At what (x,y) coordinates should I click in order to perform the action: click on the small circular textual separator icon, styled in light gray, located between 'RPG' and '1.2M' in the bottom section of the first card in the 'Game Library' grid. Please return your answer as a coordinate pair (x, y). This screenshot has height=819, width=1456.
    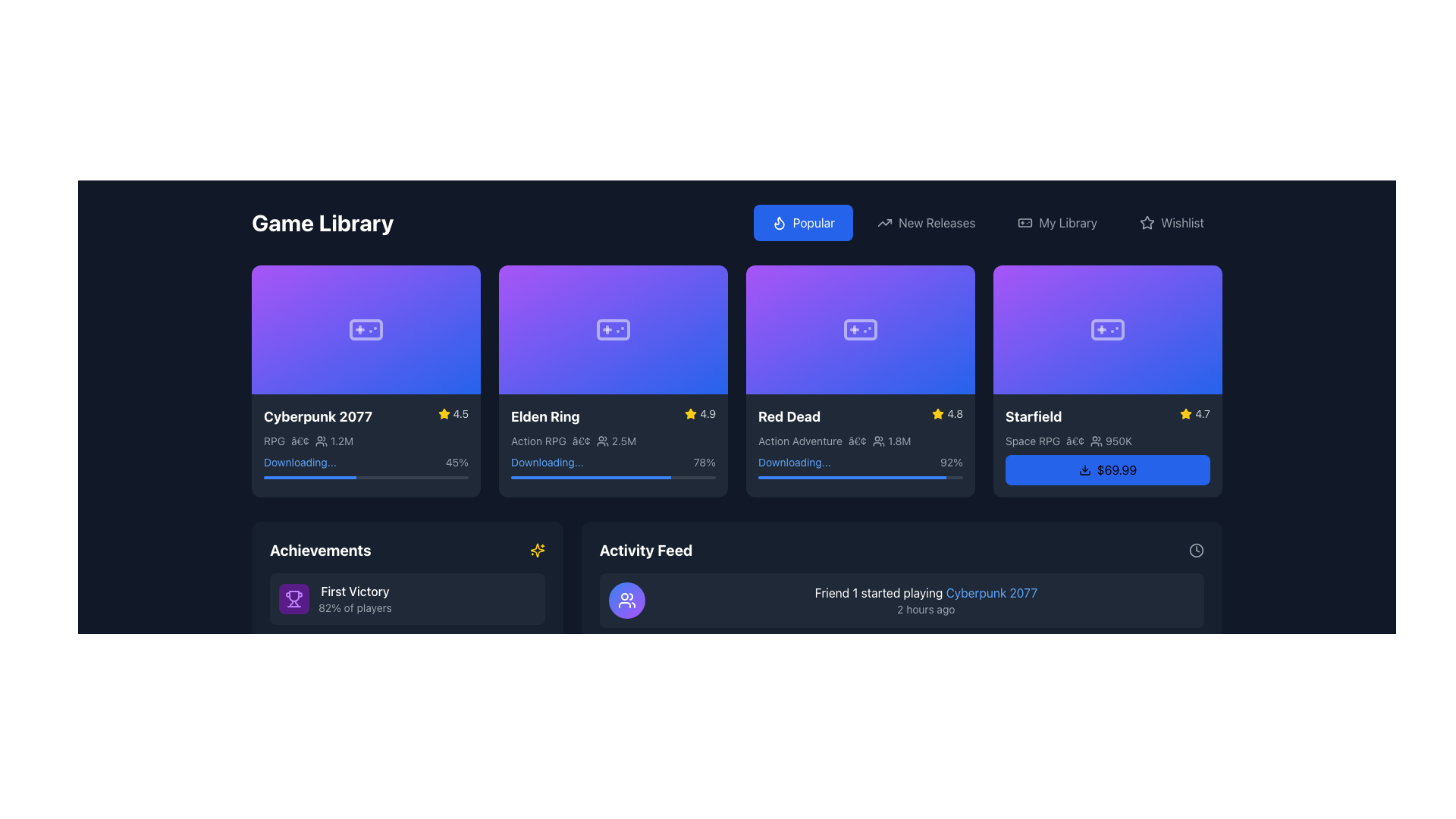
    Looking at the image, I should click on (300, 441).